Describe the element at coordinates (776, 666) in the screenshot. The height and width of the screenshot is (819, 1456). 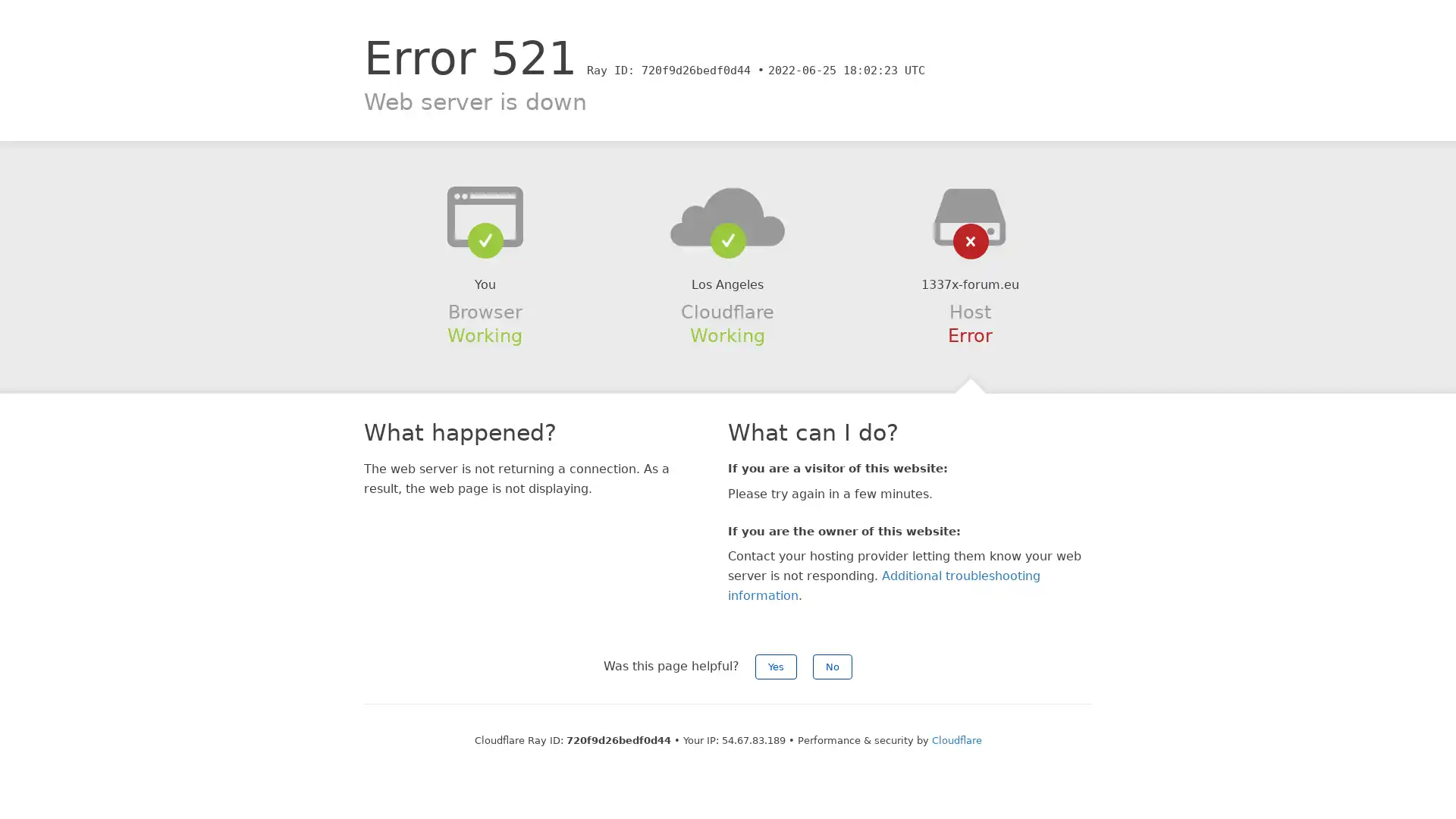
I see `Yes` at that location.